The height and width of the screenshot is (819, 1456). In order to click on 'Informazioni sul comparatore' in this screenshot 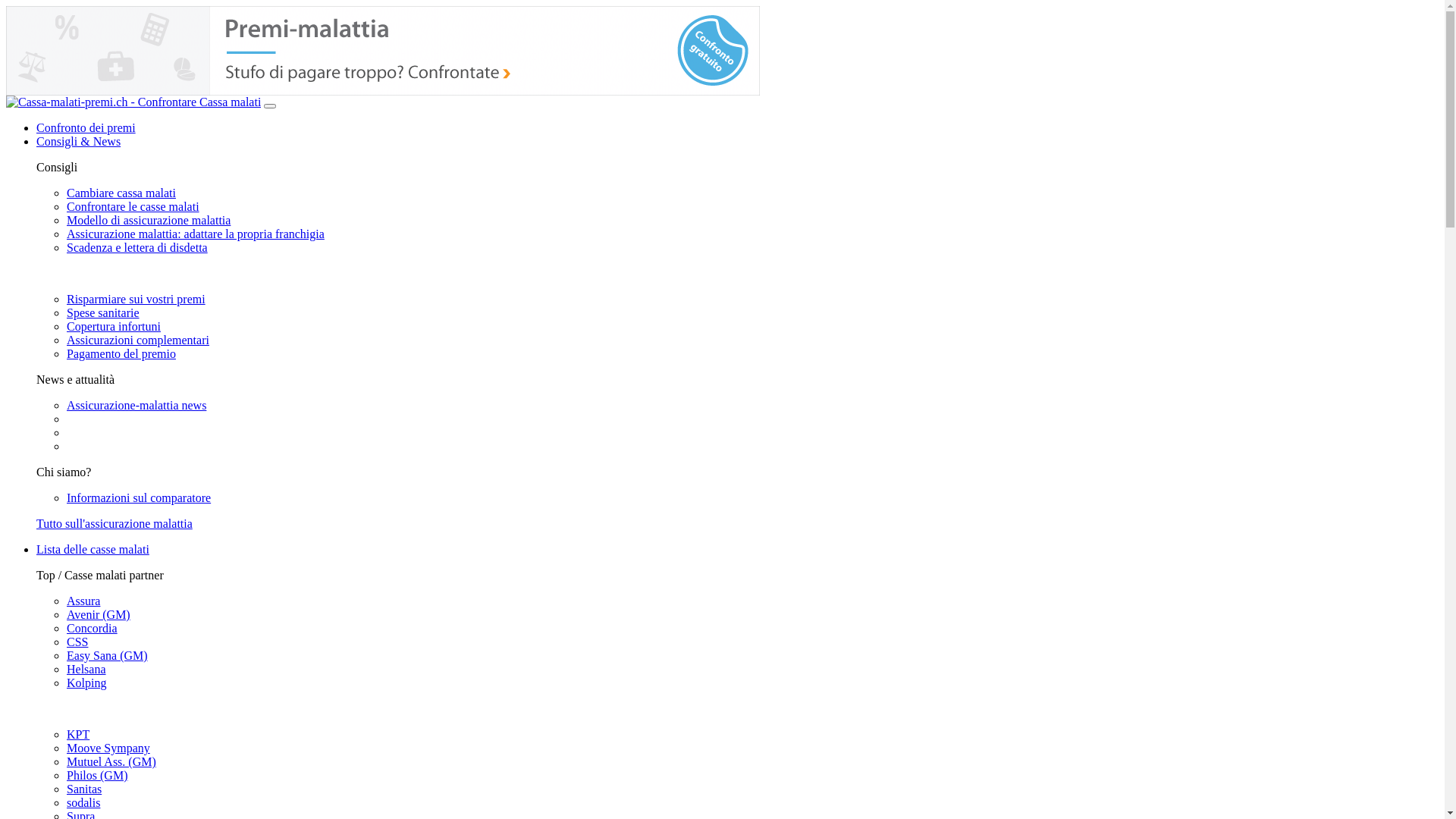, I will do `click(138, 497)`.